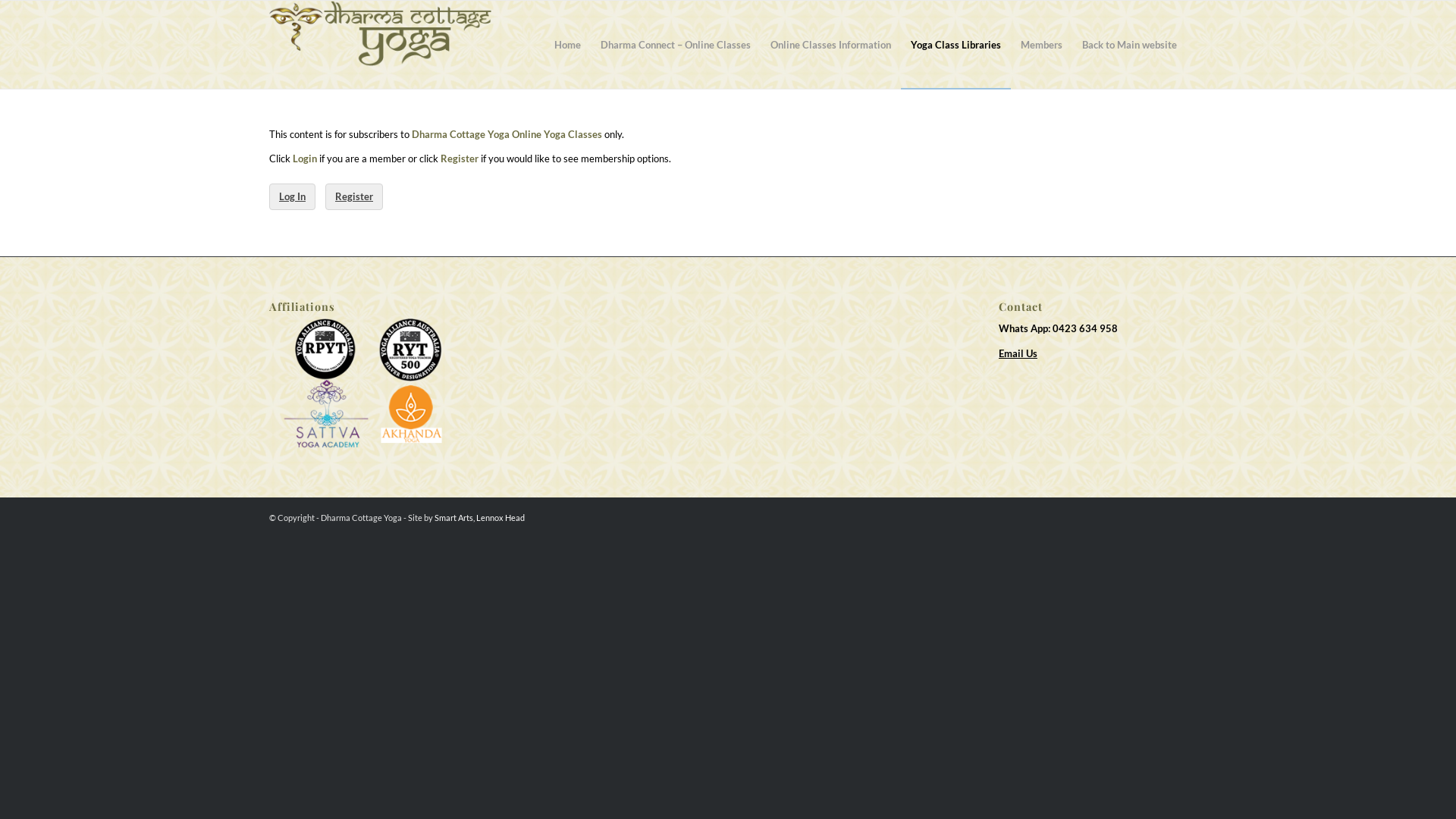  What do you see at coordinates (1040, 43) in the screenshot?
I see `'Members'` at bounding box center [1040, 43].